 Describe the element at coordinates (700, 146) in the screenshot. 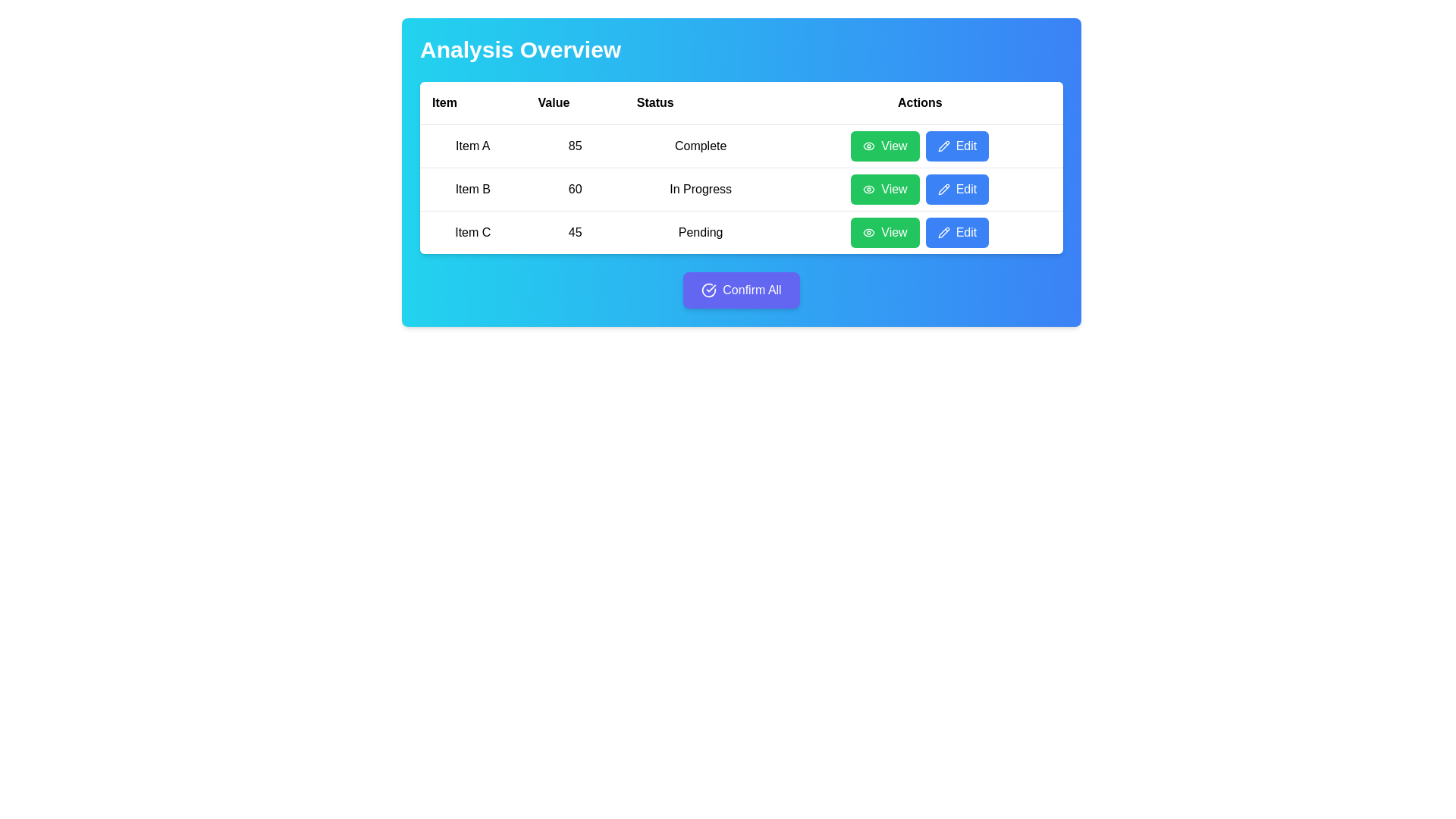

I see `the table cell displaying the text 'Complete' in the 'Status' column for 'Item A'` at that location.